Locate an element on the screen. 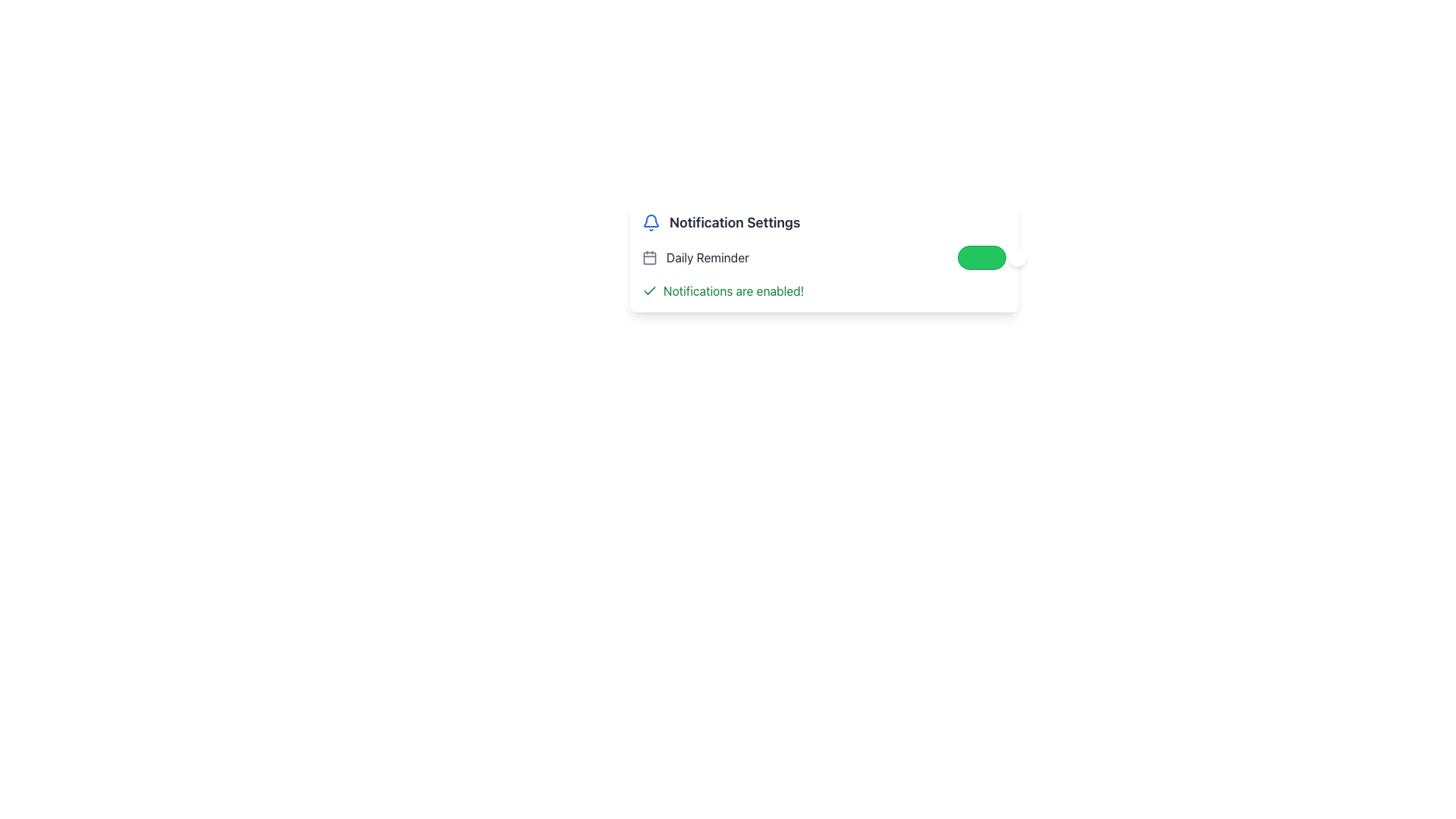 This screenshot has height=819, width=1456. the bell icon that symbolizes notification settings, located at the top-left corner of the 'Notification Settings' section is located at coordinates (651, 222).